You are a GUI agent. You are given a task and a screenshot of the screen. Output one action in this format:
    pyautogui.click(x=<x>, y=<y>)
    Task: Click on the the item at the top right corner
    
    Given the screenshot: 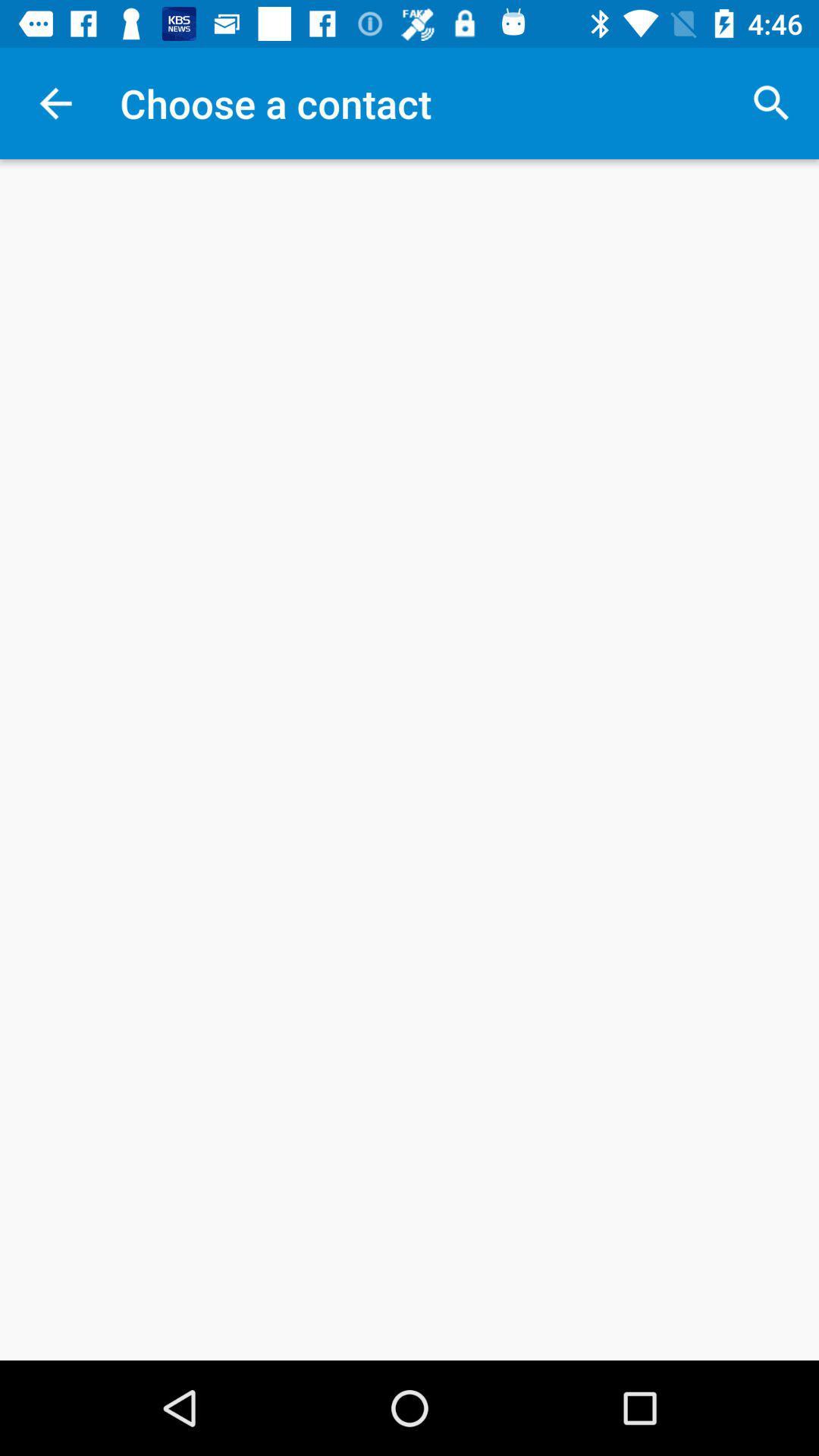 What is the action you would take?
    pyautogui.click(x=771, y=102)
    